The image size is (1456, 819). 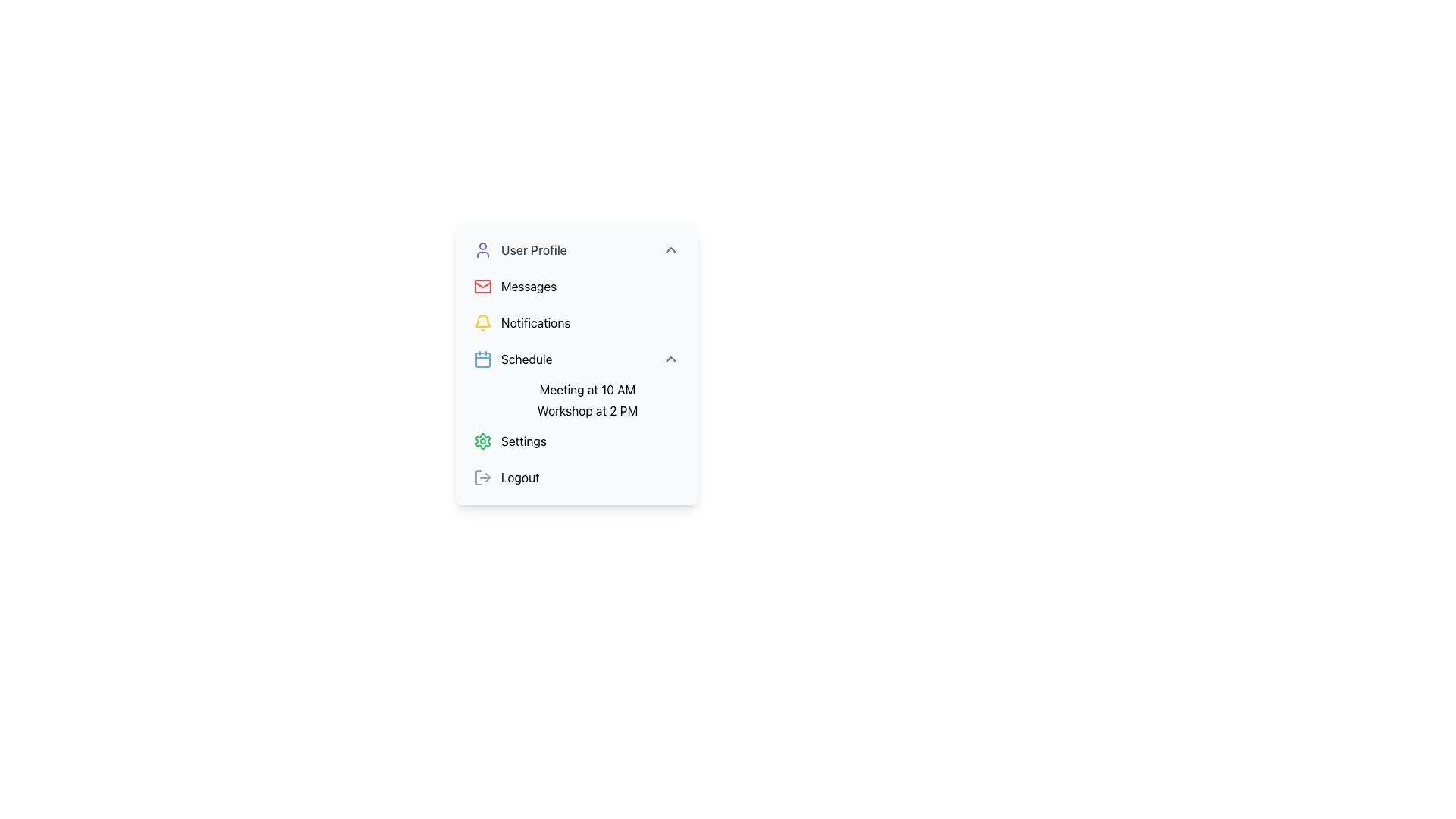 I want to click on 'Messages' text label, which is the second item in the vertical navigation menu, styled in a standard sans-serif font with black text color, so click(x=529, y=287).